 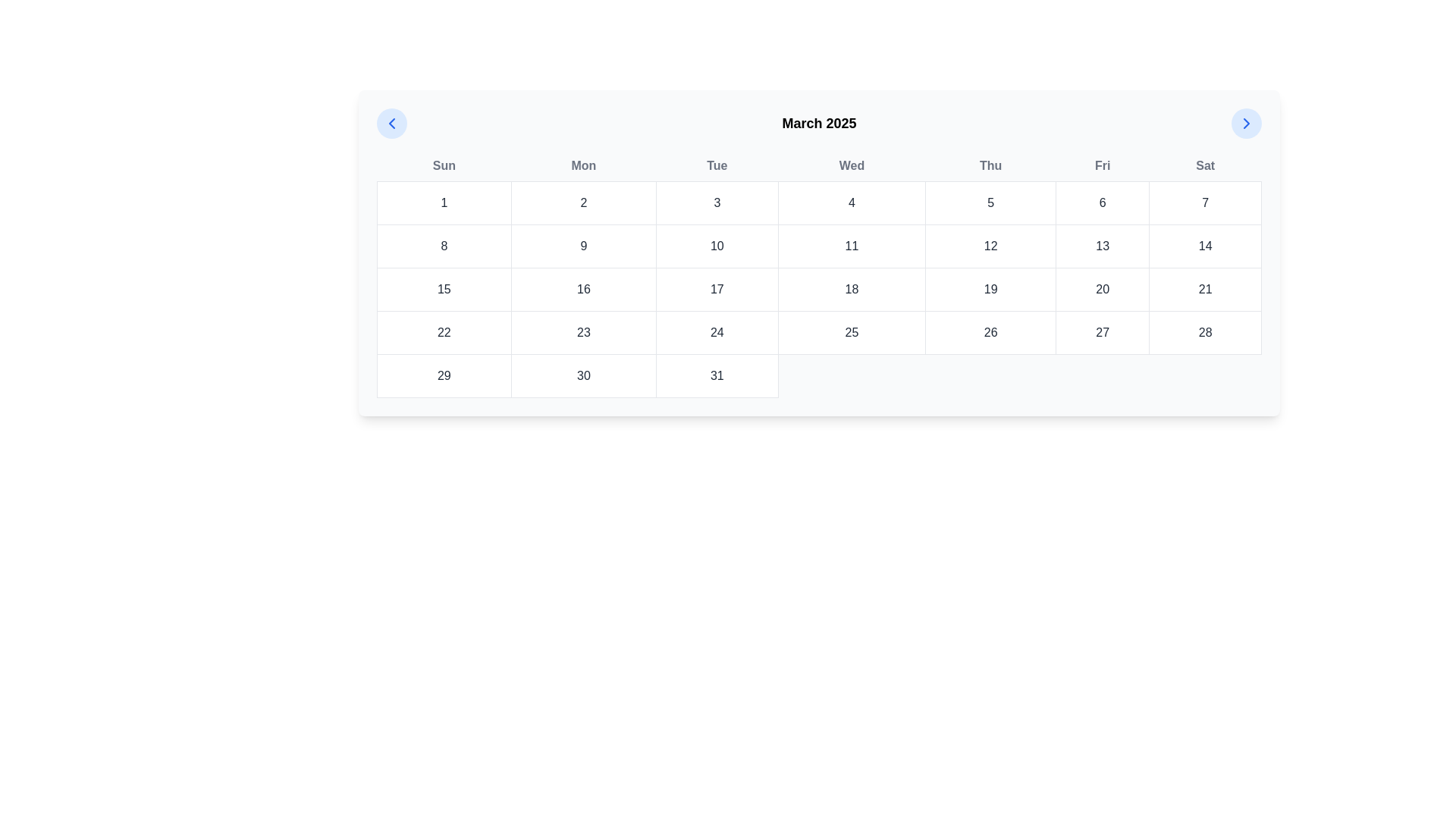 What do you see at coordinates (582, 289) in the screenshot?
I see `the selectable calendar cell representing the 16th day of the month` at bounding box center [582, 289].